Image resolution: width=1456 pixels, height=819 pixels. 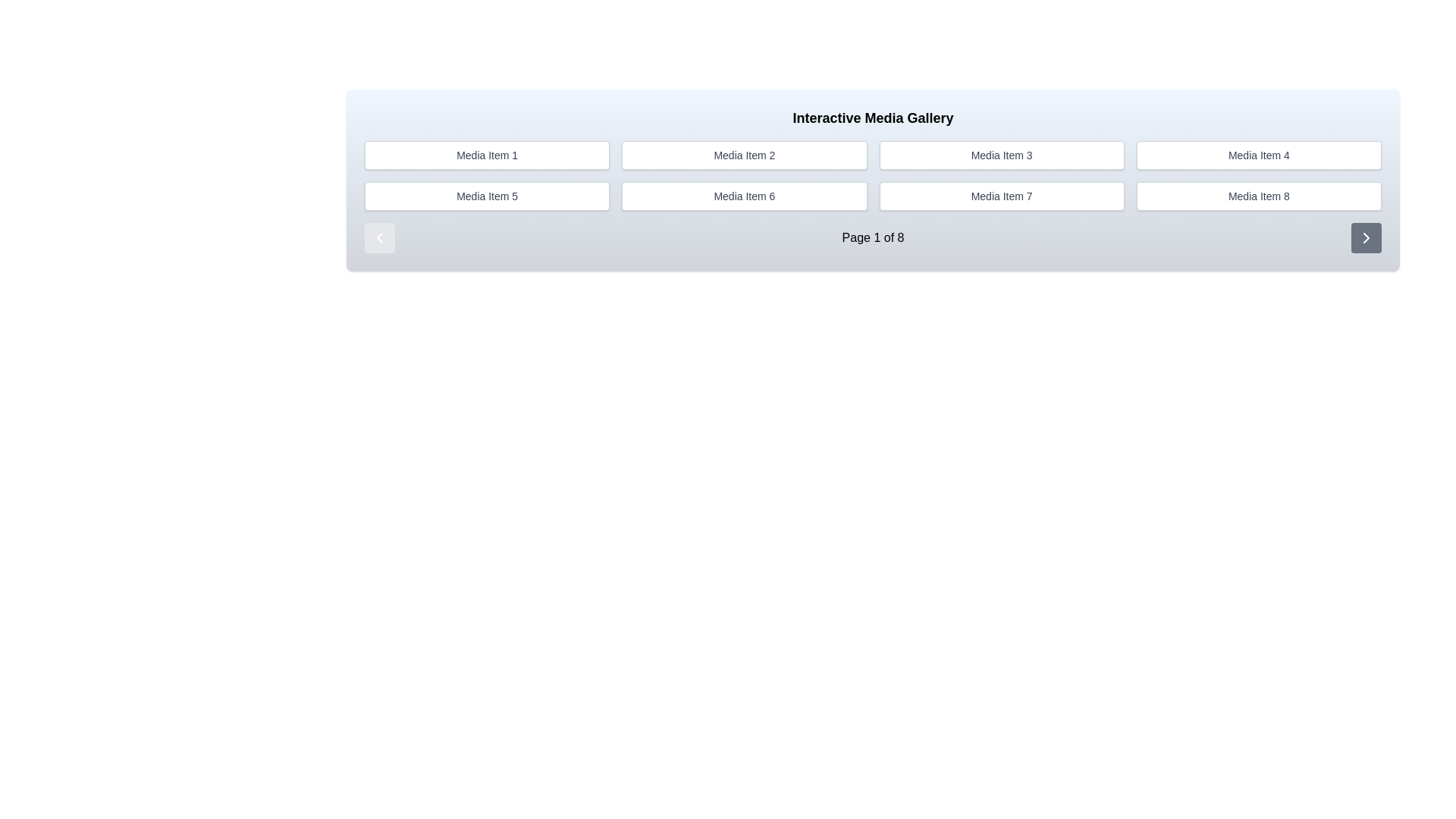 I want to click on the button labeled 'Media Item 1', which is a rectangular button with a white background and gray border, so click(x=487, y=155).